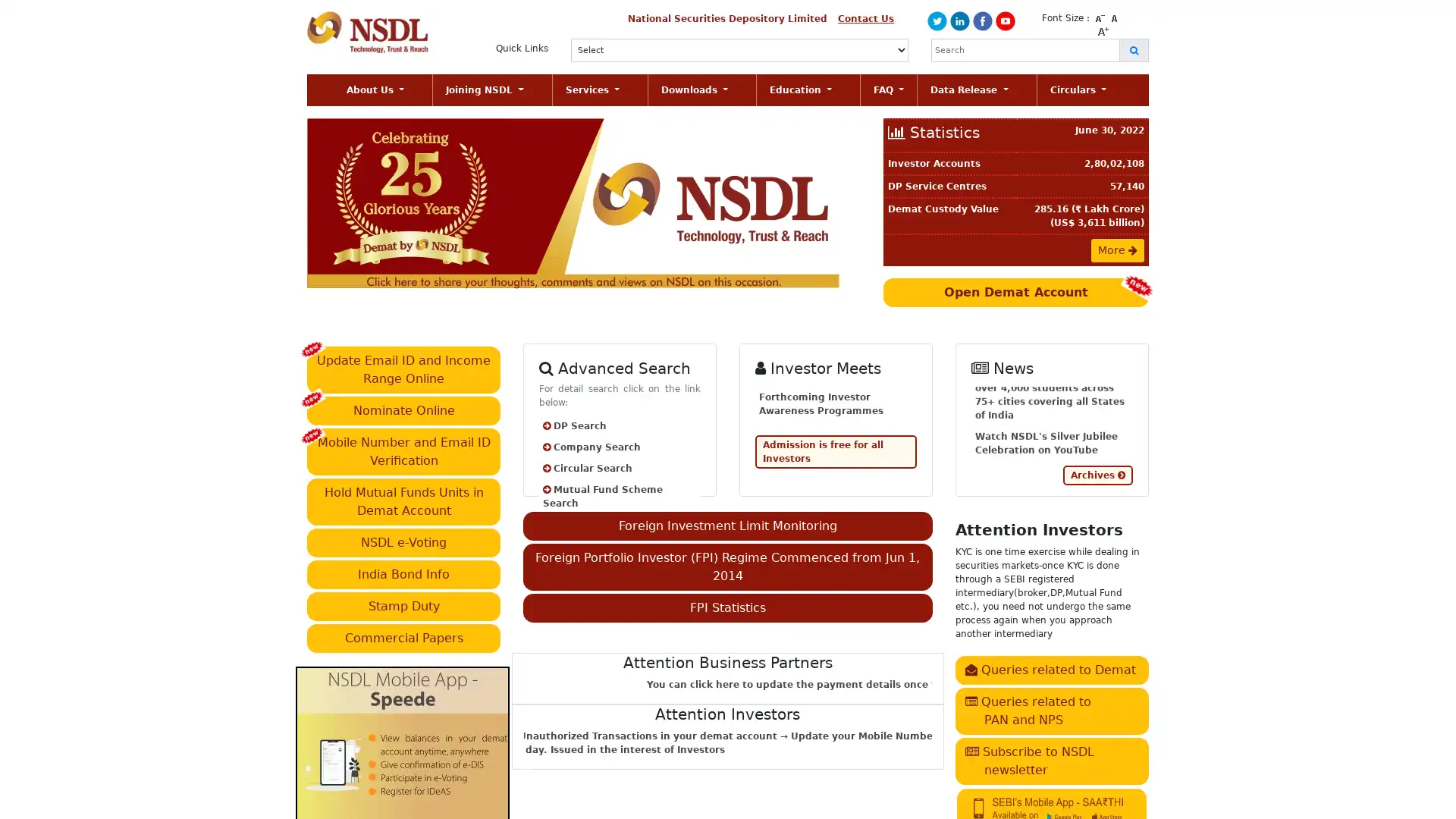  Describe the element at coordinates (1117, 249) in the screenshot. I see `More` at that location.